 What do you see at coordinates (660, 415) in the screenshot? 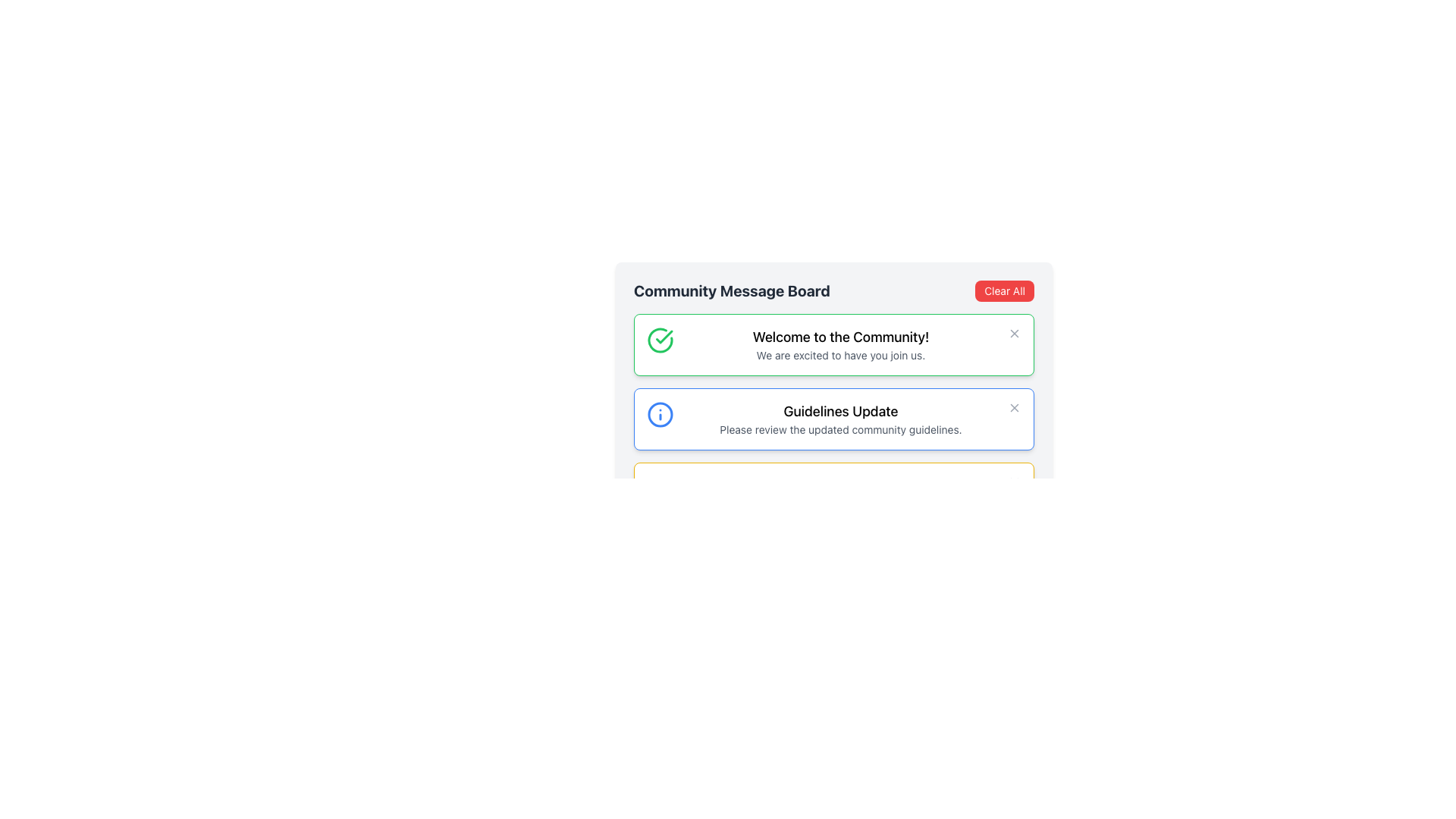
I see `the information icon that represents the message 'Guidelines Update', positioned to the left of the text 'Guidelines UpdatePlease review the updated community guidelines.'` at bounding box center [660, 415].